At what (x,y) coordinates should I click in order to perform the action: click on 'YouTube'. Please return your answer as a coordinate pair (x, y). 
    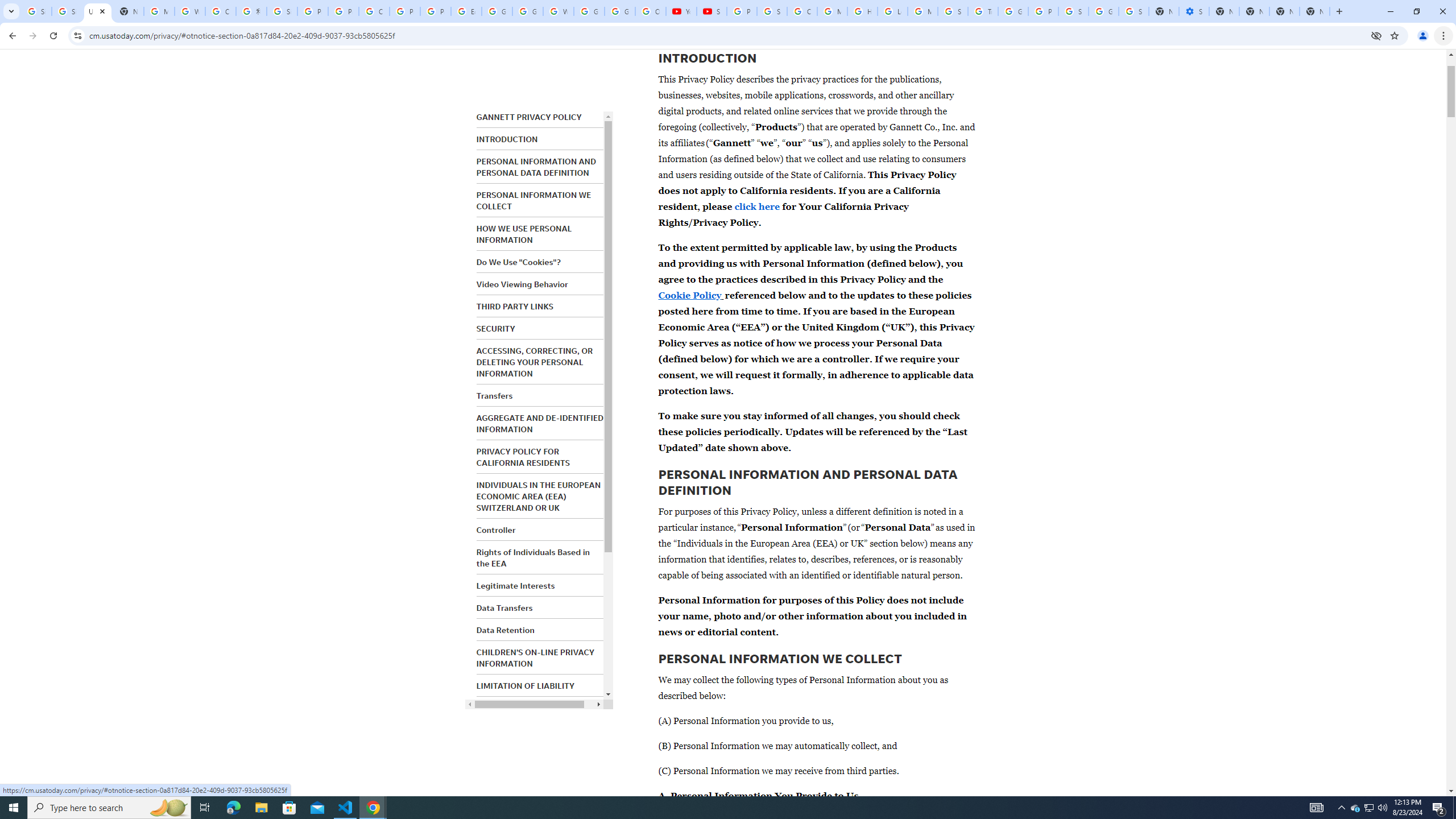
    Looking at the image, I should click on (681, 11).